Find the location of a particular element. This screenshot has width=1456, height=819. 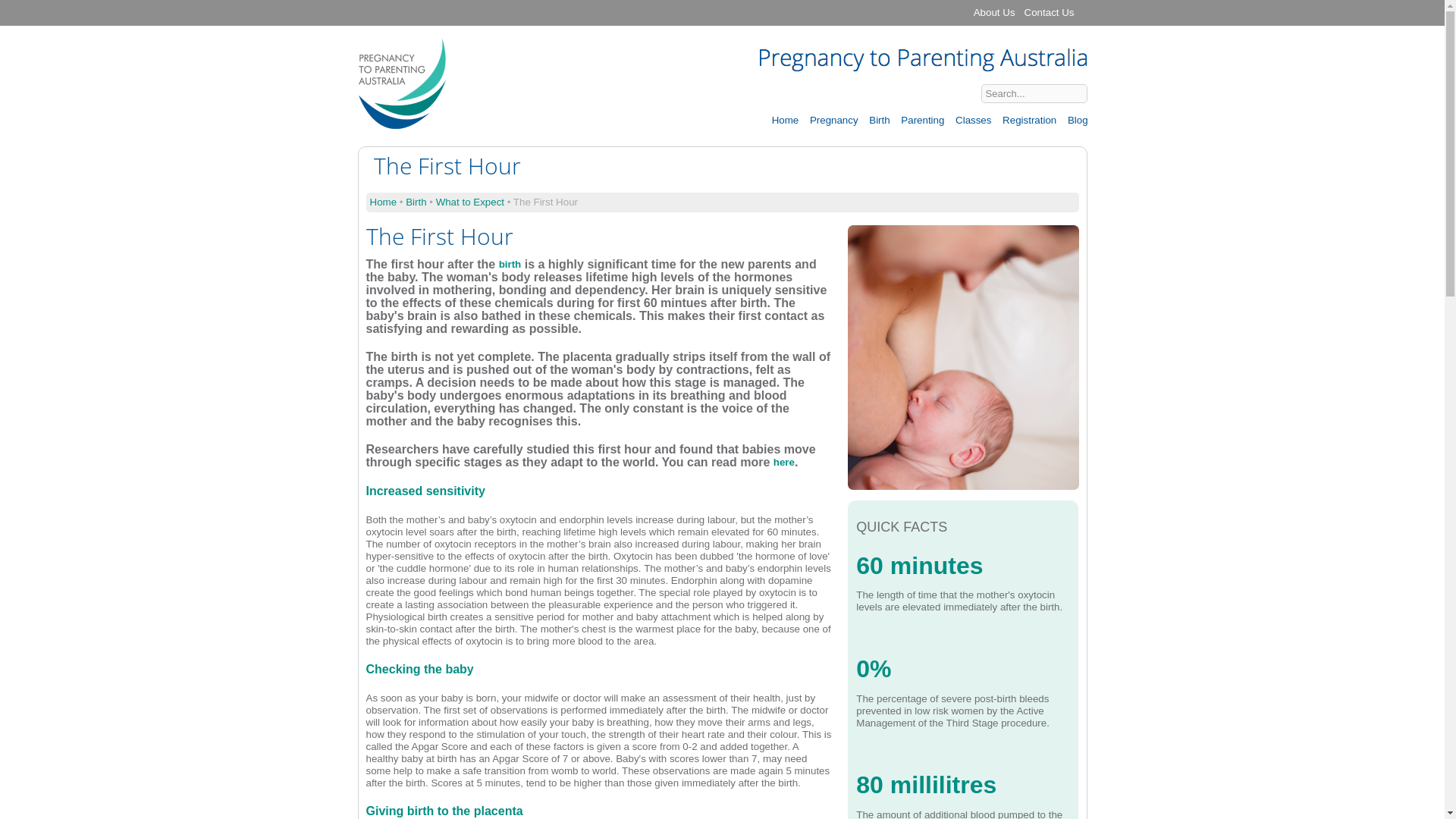

'birth' is located at coordinates (510, 263).